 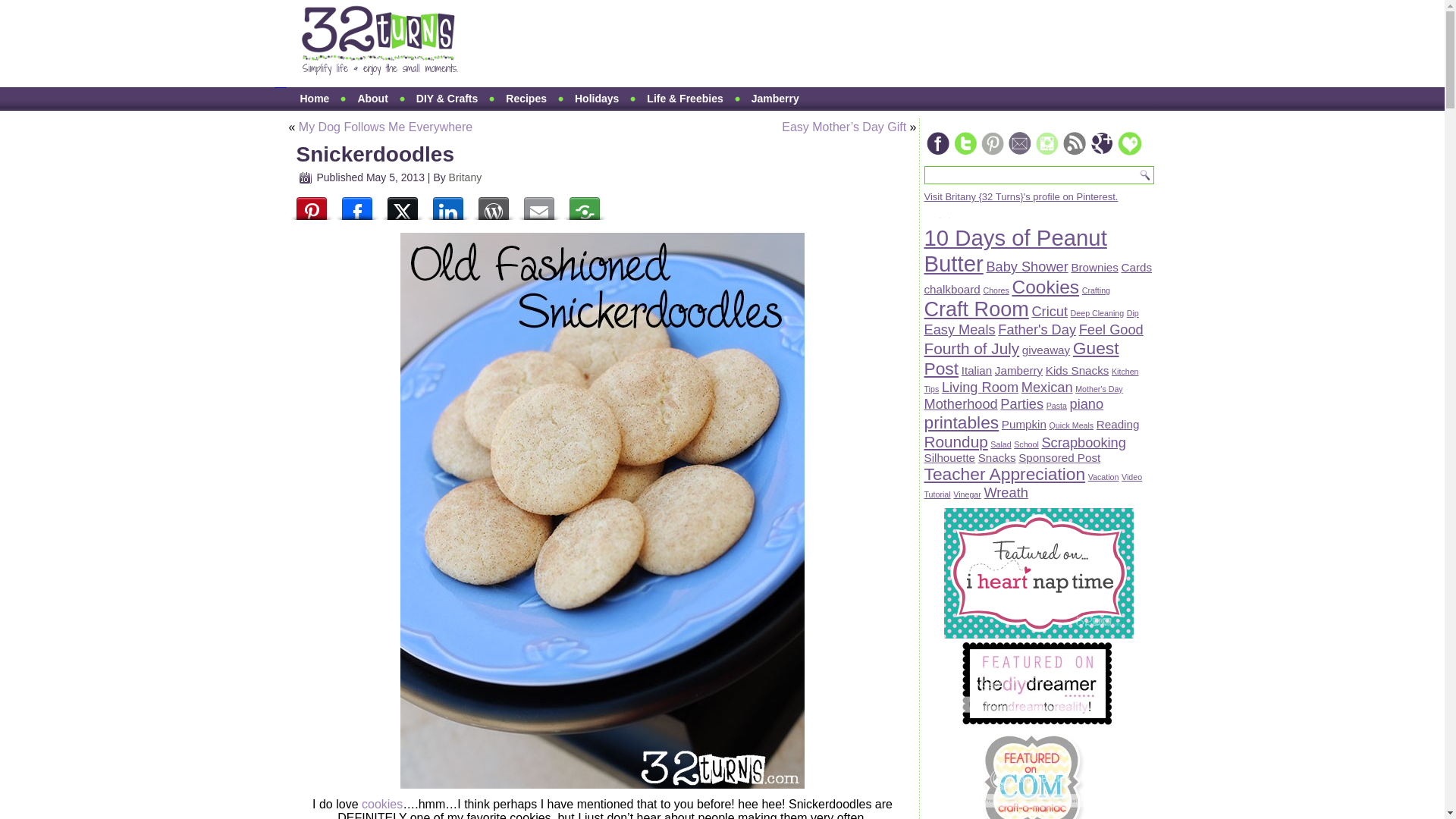 I want to click on 'School', so click(x=1026, y=444).